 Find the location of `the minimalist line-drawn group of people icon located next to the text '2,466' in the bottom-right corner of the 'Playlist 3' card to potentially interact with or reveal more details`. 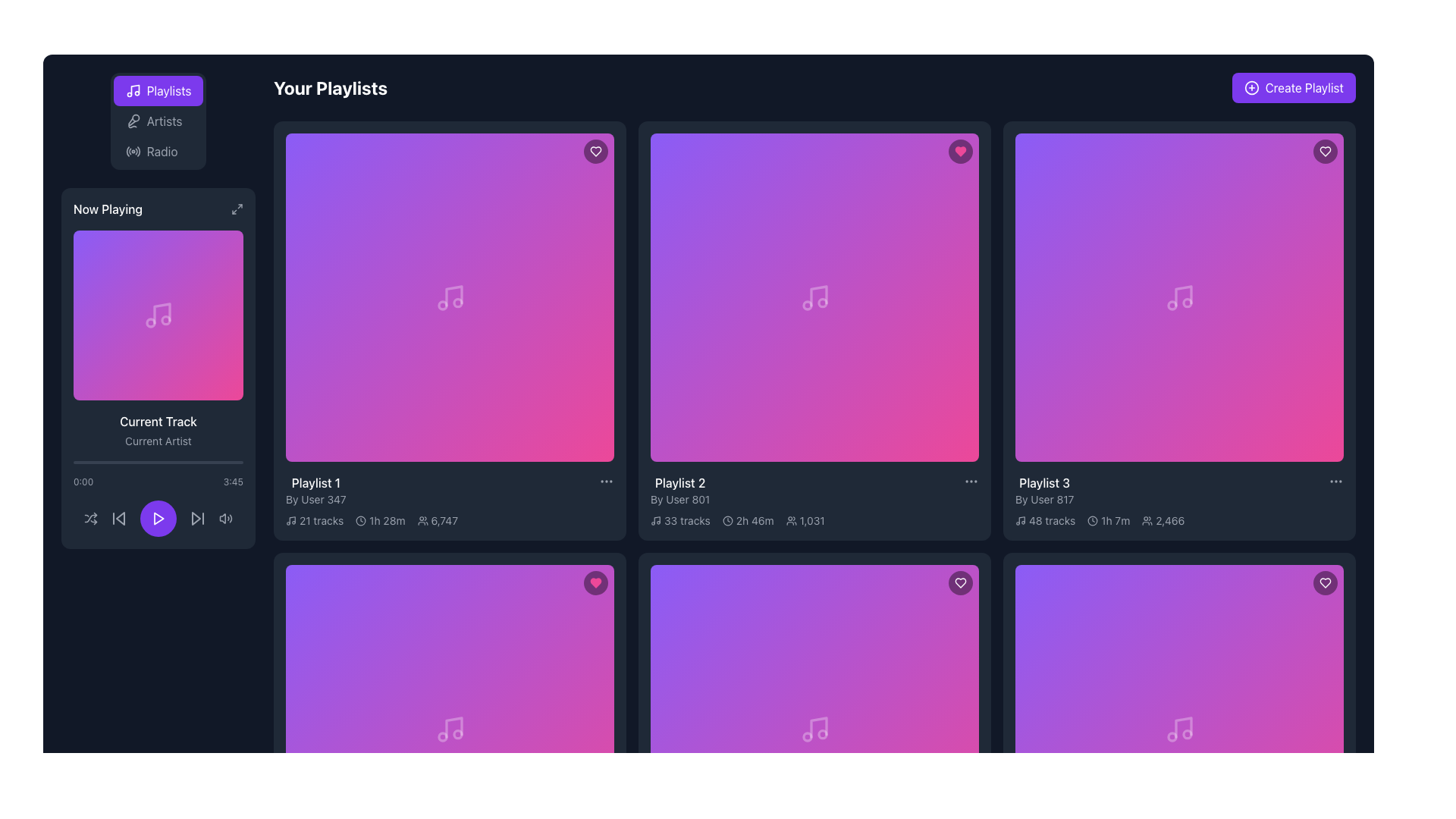

the minimalist line-drawn group of people icon located next to the text '2,466' in the bottom-right corner of the 'Playlist 3' card to potentially interact with or reveal more details is located at coordinates (1147, 519).